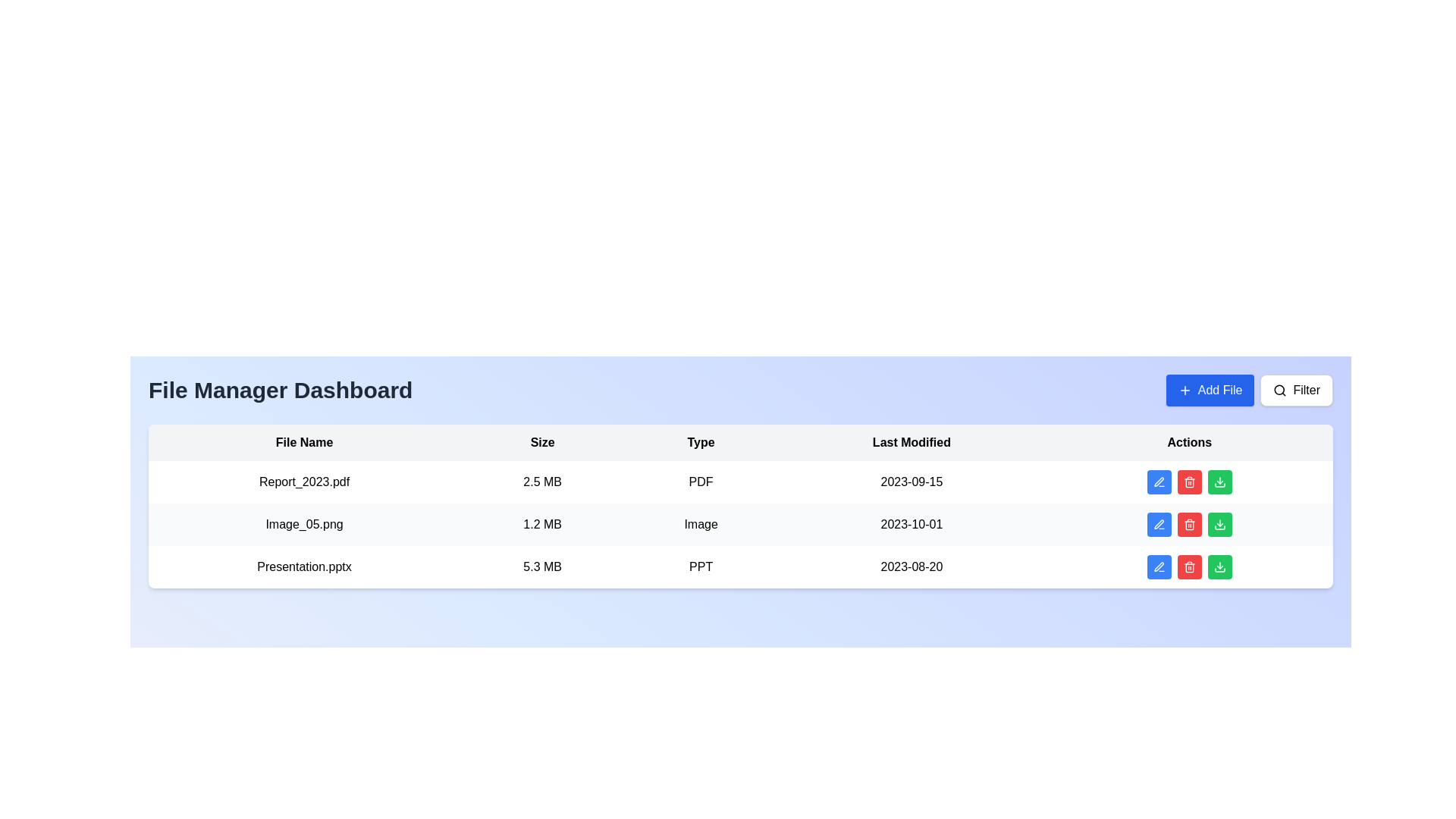 The width and height of the screenshot is (1456, 819). Describe the element at coordinates (542, 567) in the screenshot. I see `the static text label displaying '5.3 MB' in the 'Size' column of the table row for the file 'Presentation.pptx'` at that location.